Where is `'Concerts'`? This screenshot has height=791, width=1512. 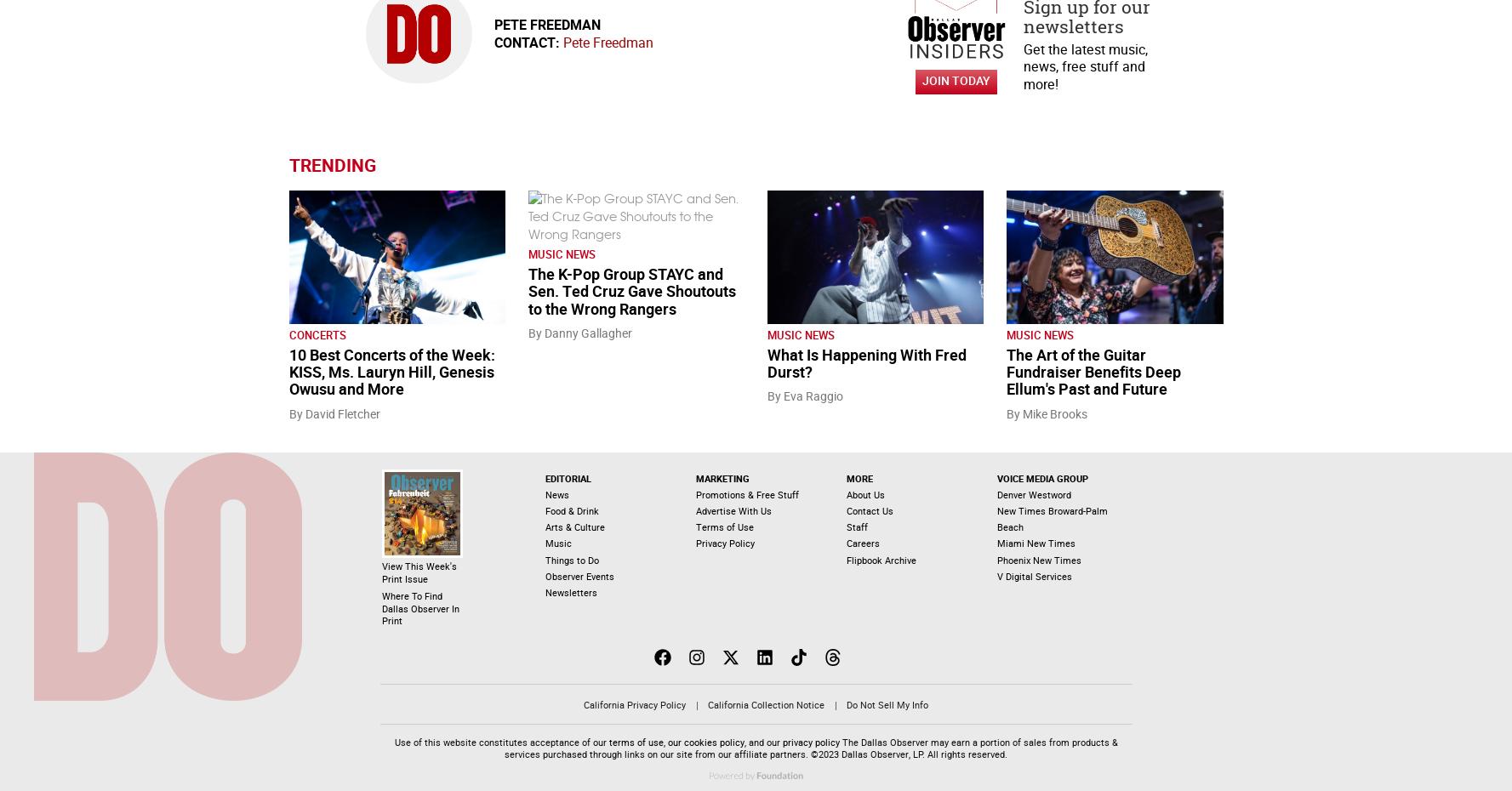 'Concerts' is located at coordinates (288, 335).